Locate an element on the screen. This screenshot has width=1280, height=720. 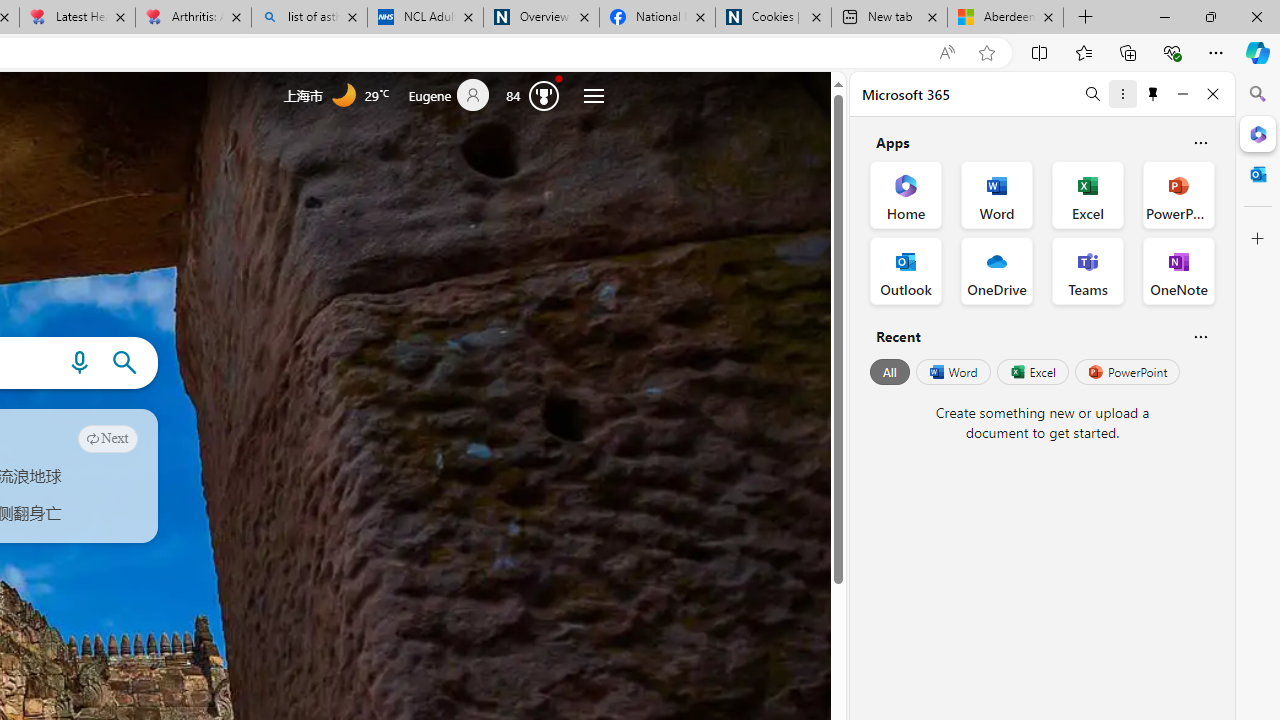
'OneNote Office App' is located at coordinates (1178, 271).